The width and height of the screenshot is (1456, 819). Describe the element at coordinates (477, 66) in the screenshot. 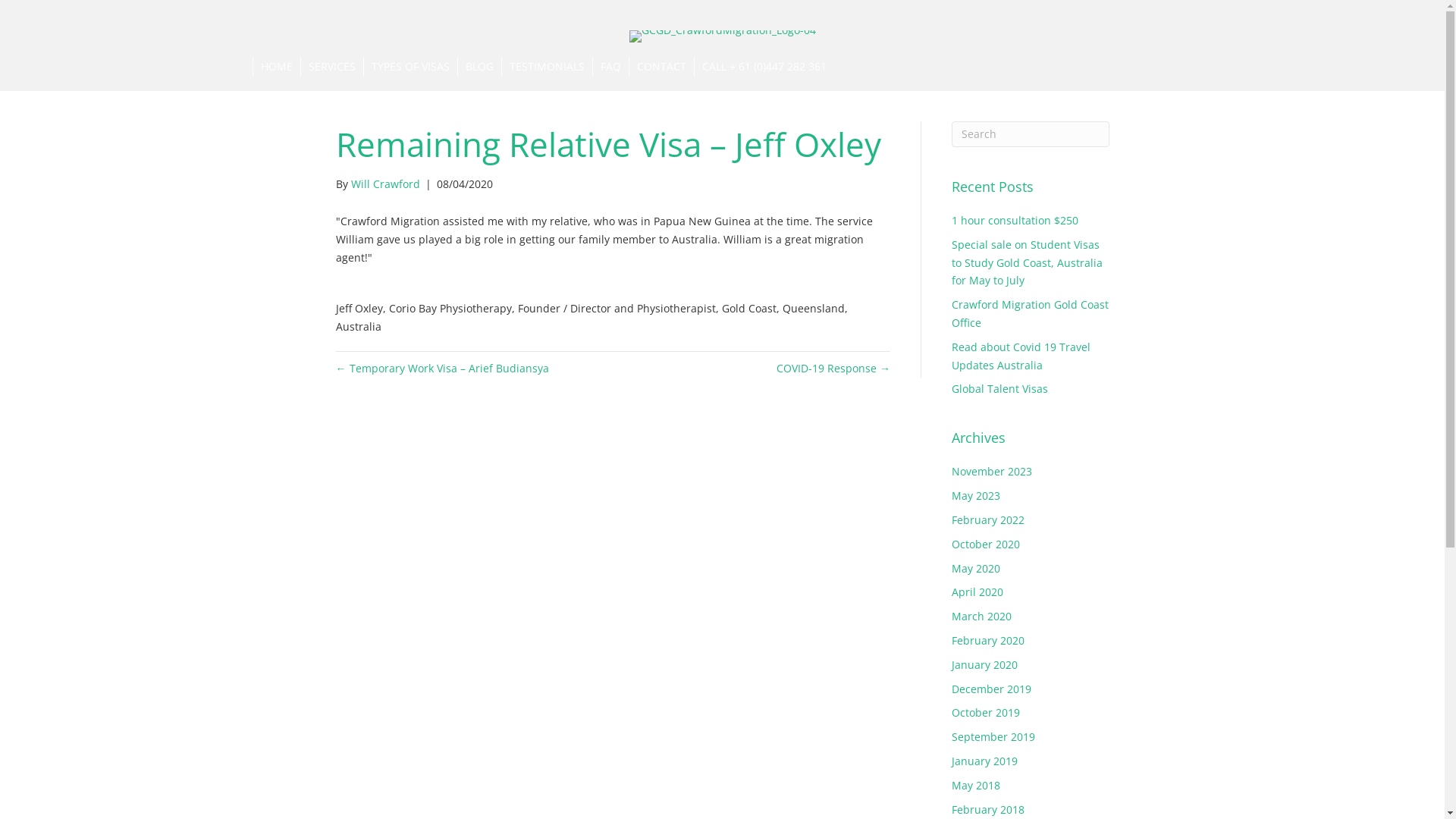

I see `'BLOG'` at that location.